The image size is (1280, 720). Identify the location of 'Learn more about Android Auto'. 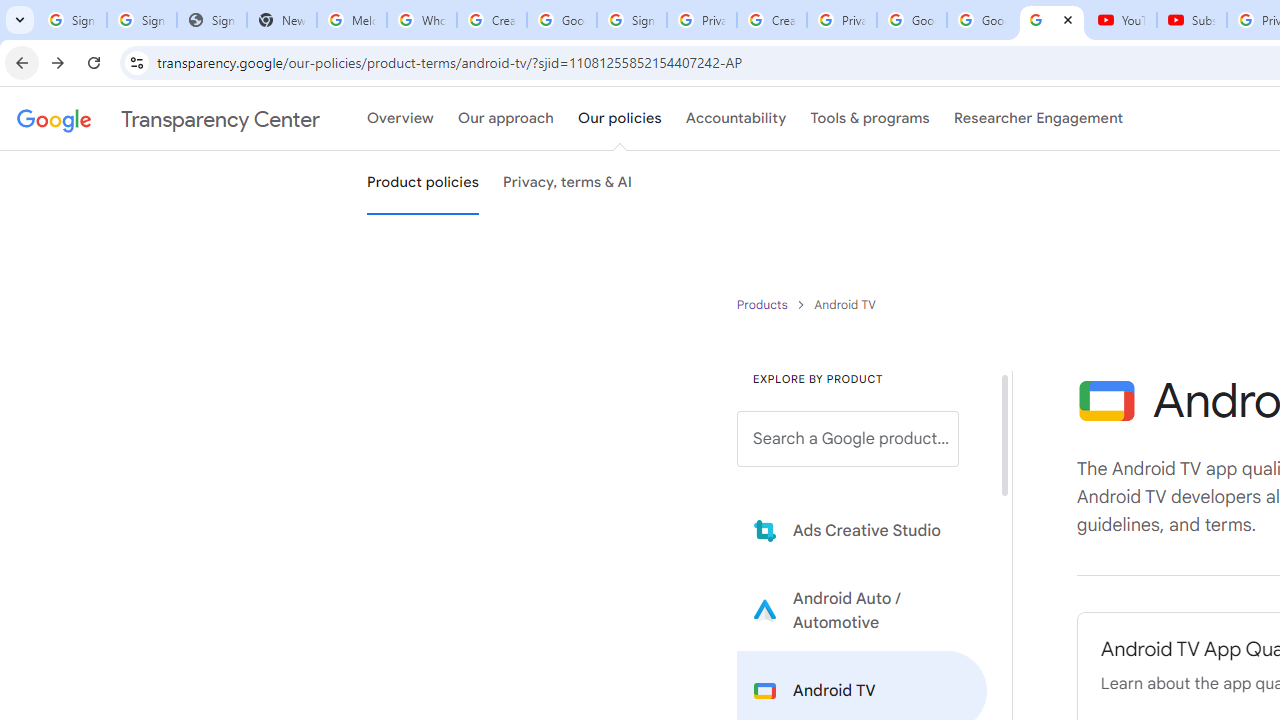
(862, 609).